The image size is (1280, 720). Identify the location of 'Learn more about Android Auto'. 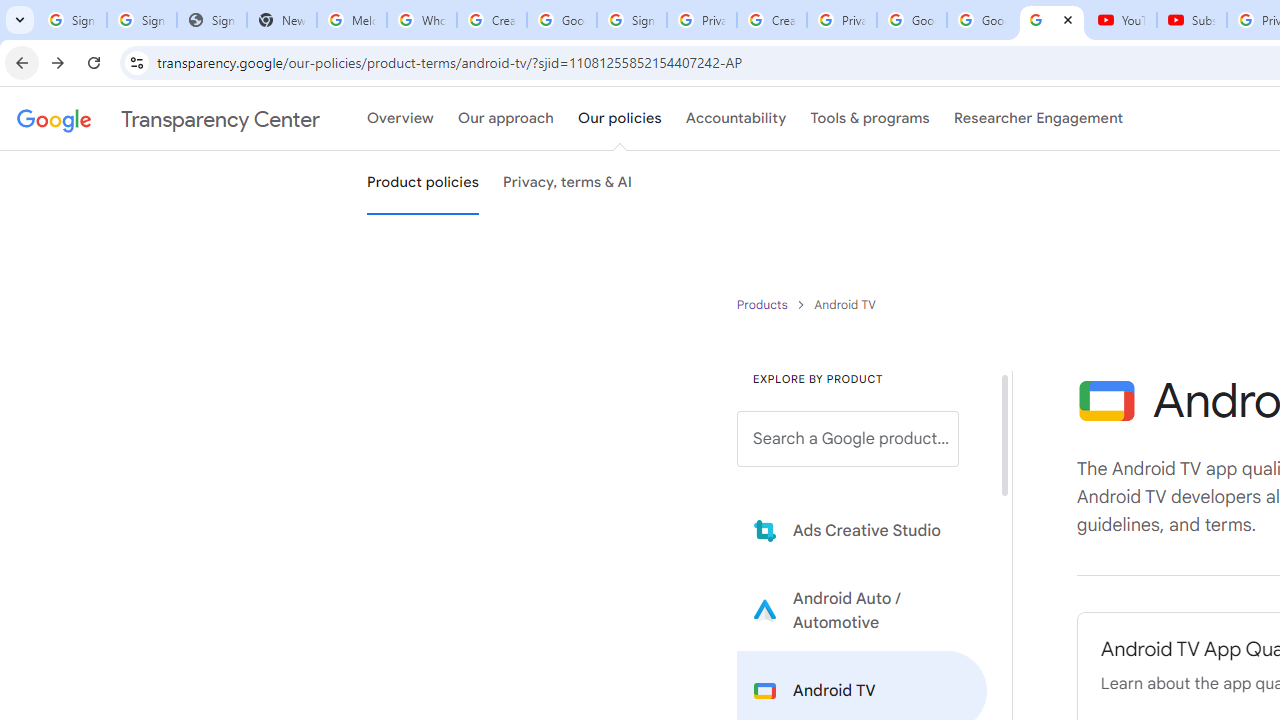
(862, 609).